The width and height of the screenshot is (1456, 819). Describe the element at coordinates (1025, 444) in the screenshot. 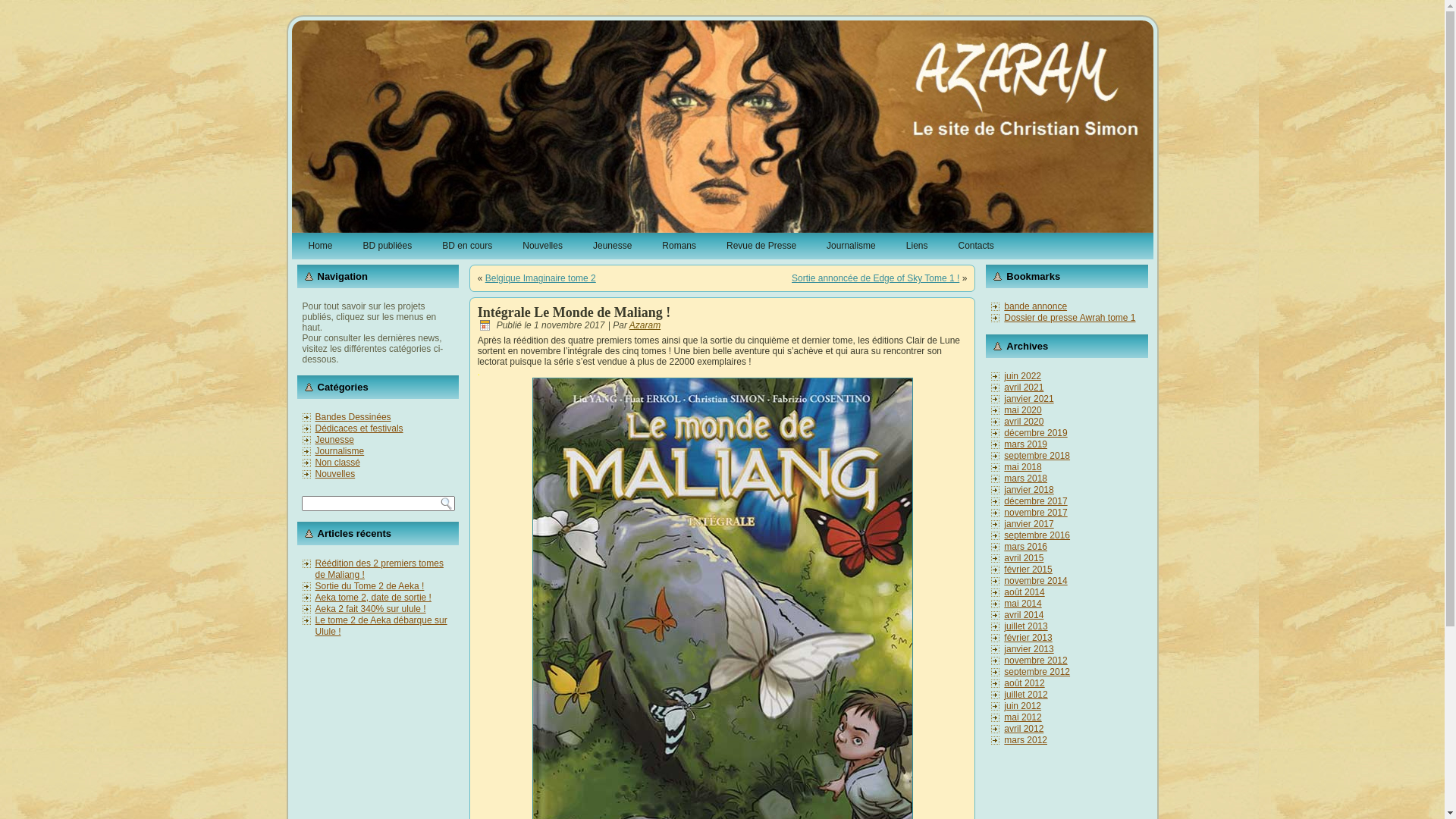

I see `'mars 2019'` at that location.